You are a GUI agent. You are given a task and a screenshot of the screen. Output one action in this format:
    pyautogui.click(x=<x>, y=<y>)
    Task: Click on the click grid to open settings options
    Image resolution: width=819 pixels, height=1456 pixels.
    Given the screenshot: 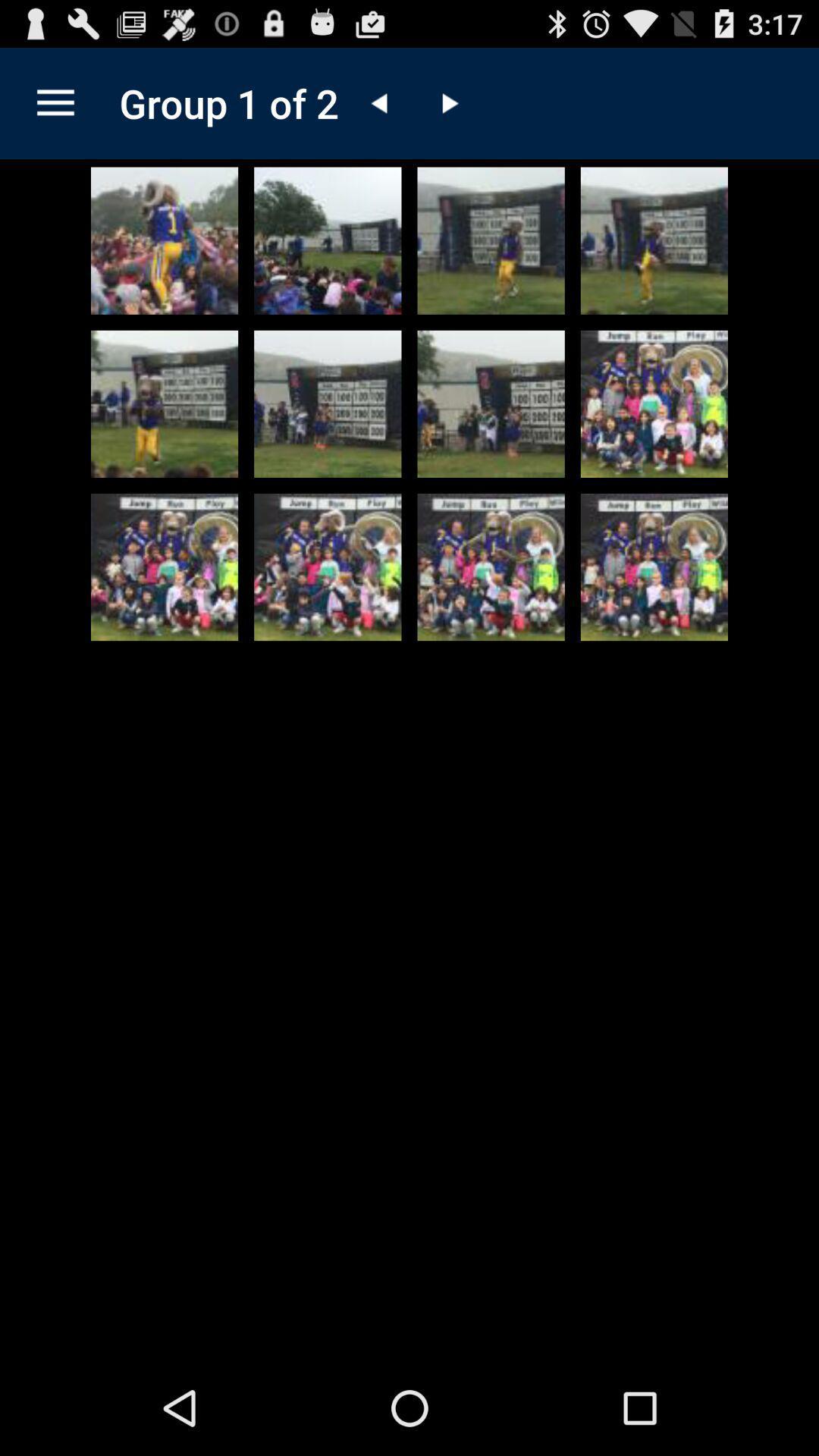 What is the action you would take?
    pyautogui.click(x=55, y=102)
    